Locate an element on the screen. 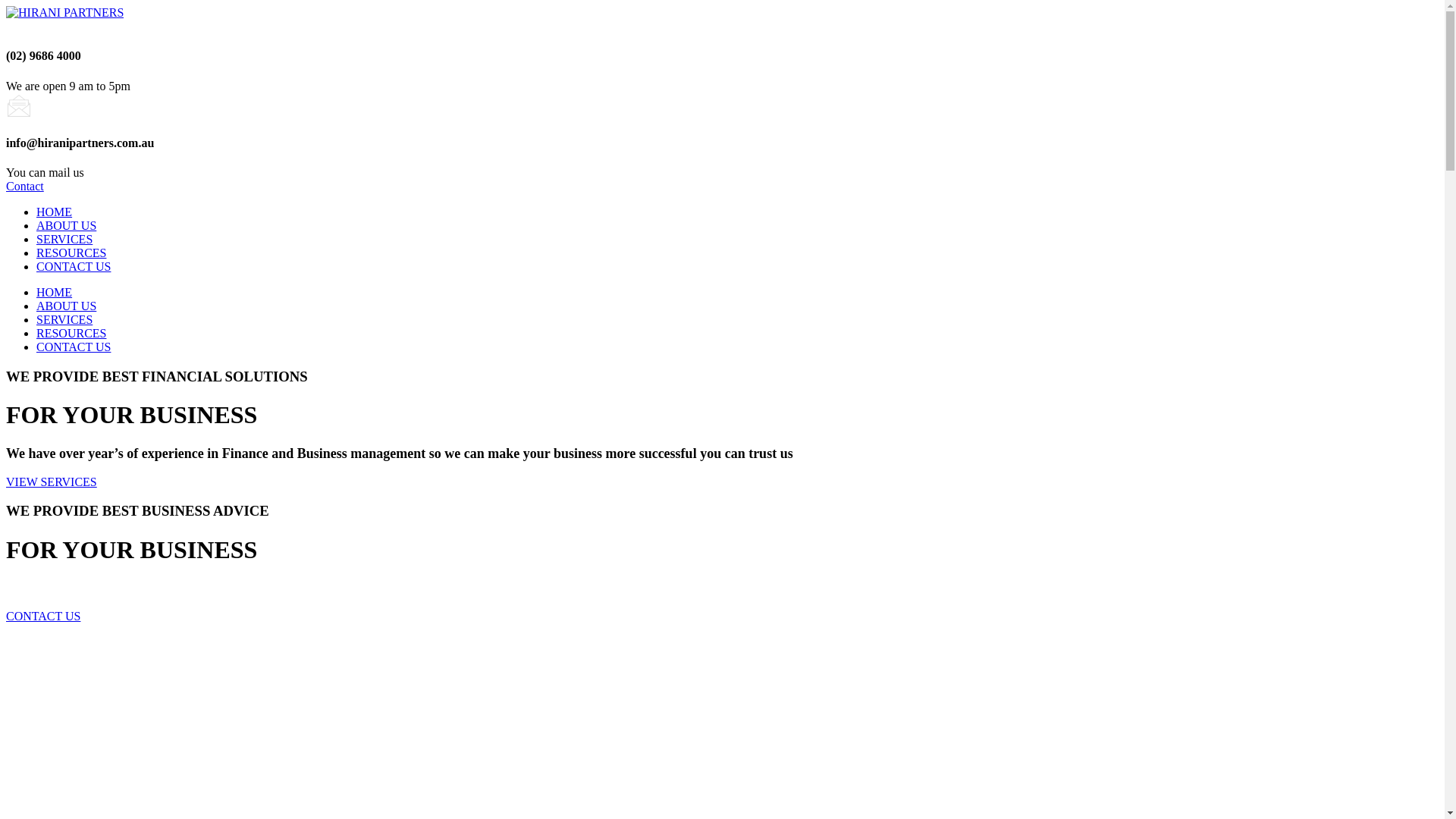 Image resolution: width=1456 pixels, height=819 pixels. 'CONTACT US' is located at coordinates (72, 265).